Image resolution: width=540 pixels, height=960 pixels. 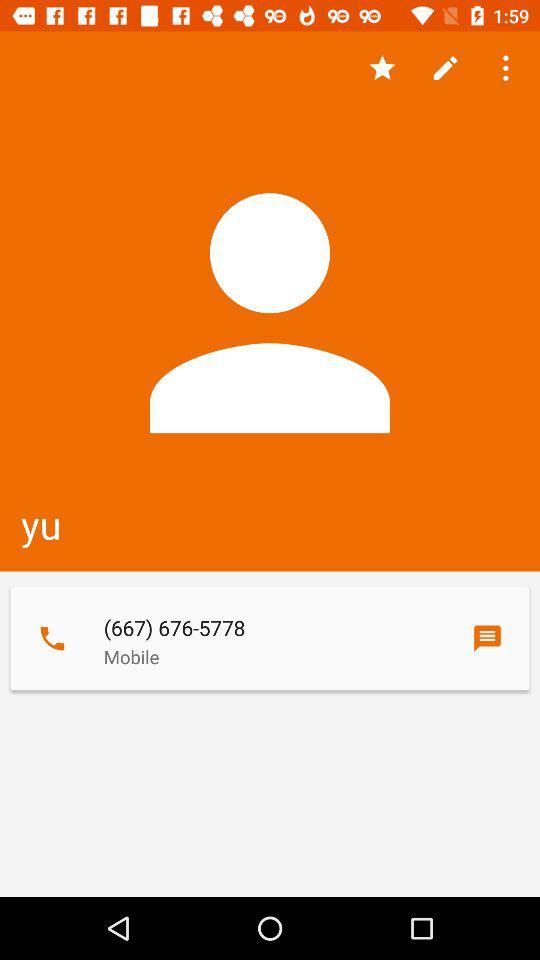 I want to click on item above the yu, so click(x=508, y=68).